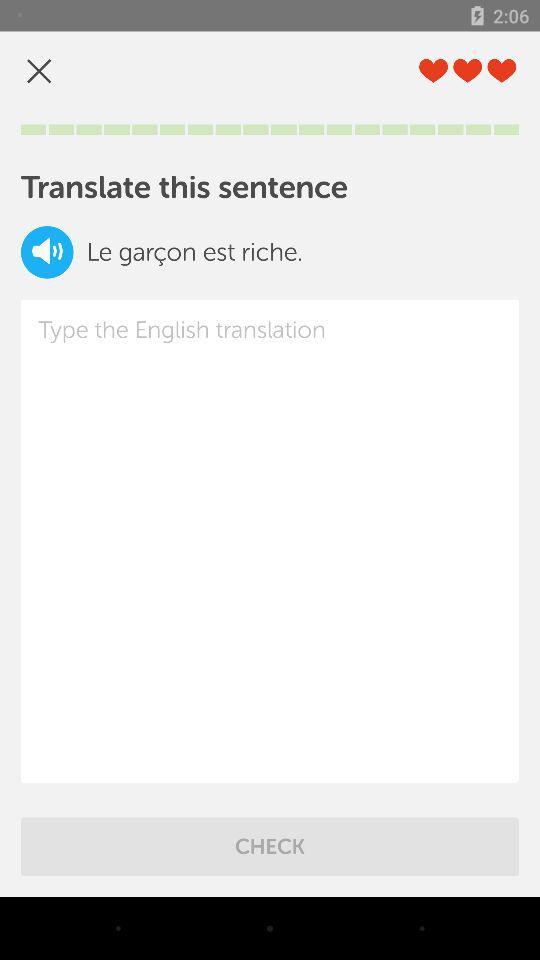 This screenshot has width=540, height=960. Describe the element at coordinates (270, 541) in the screenshot. I see `item at the center` at that location.